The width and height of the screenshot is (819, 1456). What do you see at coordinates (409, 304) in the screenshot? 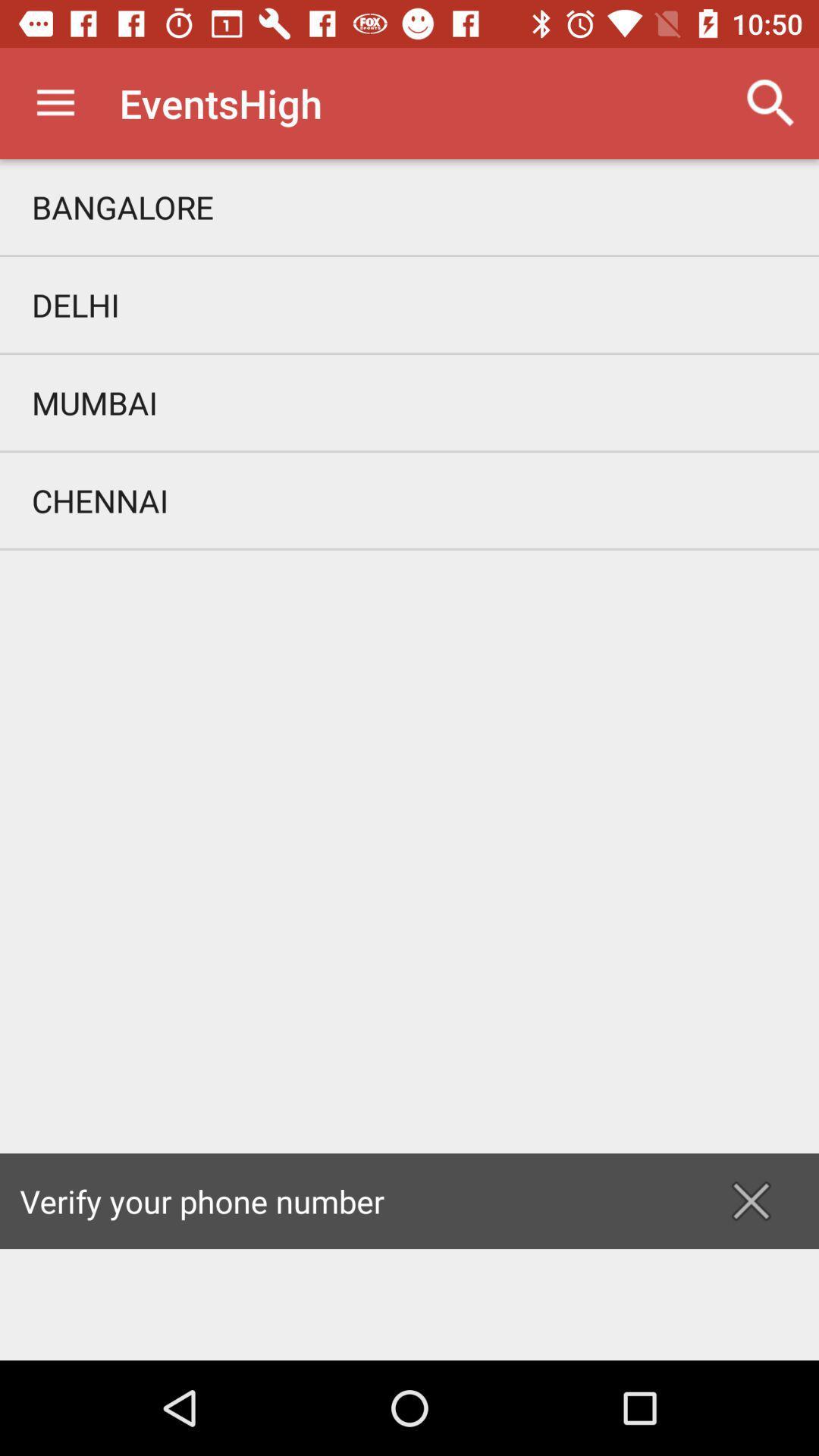
I see `item above mumbai` at bounding box center [409, 304].